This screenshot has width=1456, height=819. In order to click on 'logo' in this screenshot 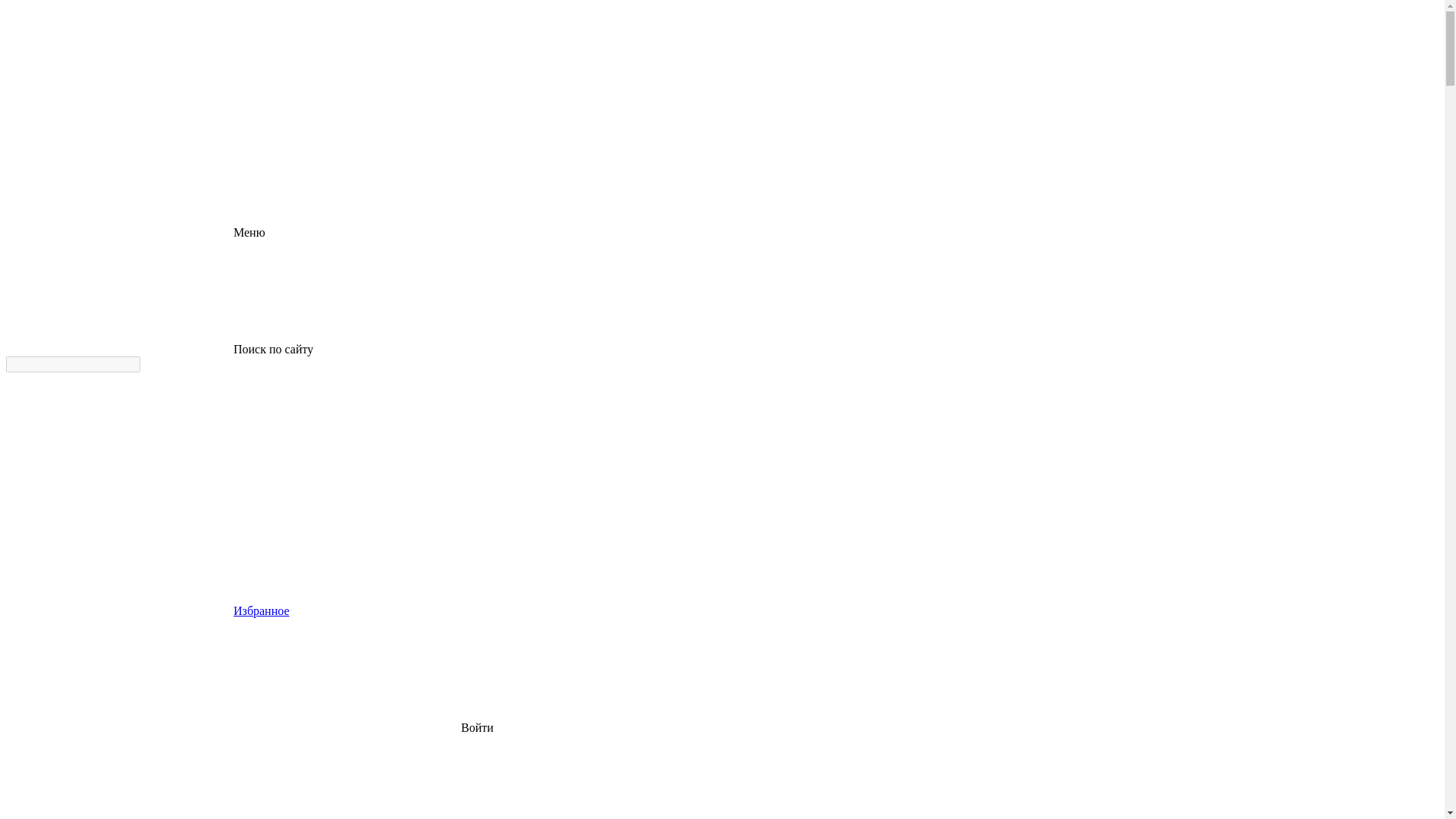, I will do `click(119, 115)`.